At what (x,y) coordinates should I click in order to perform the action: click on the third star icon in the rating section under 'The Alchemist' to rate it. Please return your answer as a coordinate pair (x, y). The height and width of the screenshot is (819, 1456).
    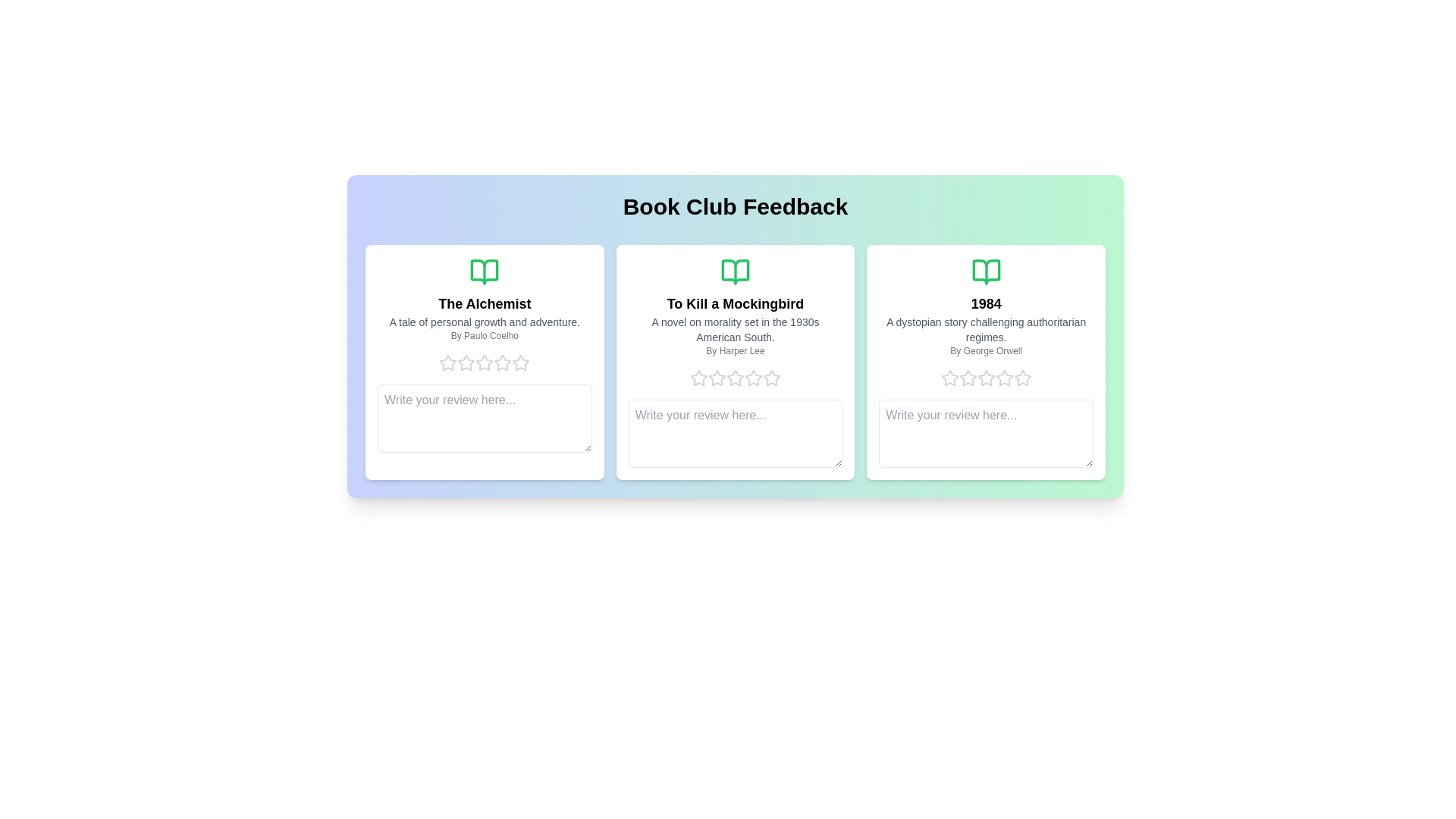
    Looking at the image, I should click on (466, 362).